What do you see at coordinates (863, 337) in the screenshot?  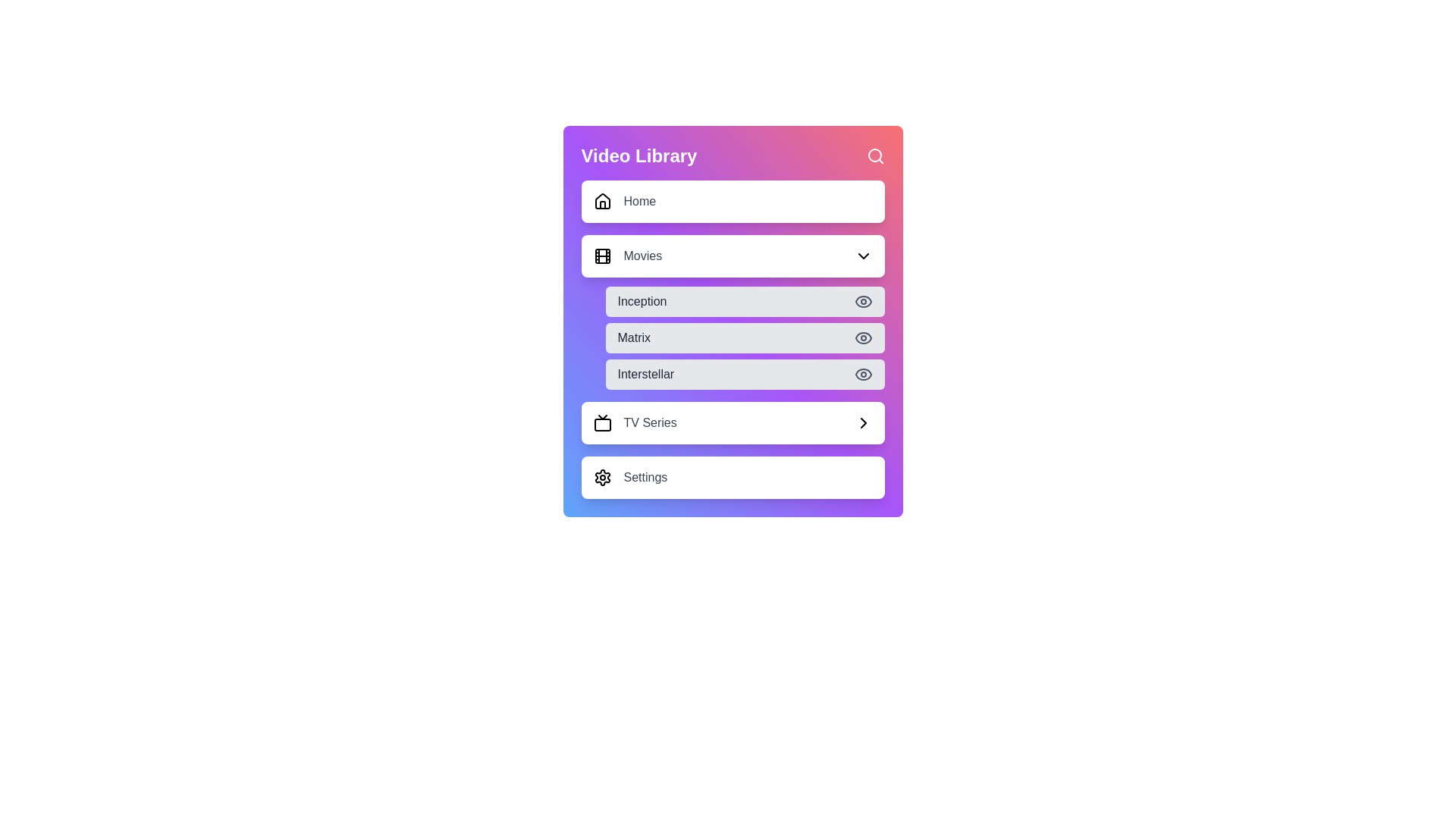 I see `the eye icon located to the far right of the 'Matrix' button in the 'Movies' dropdown within the 'Video Library' menu section` at bounding box center [863, 337].